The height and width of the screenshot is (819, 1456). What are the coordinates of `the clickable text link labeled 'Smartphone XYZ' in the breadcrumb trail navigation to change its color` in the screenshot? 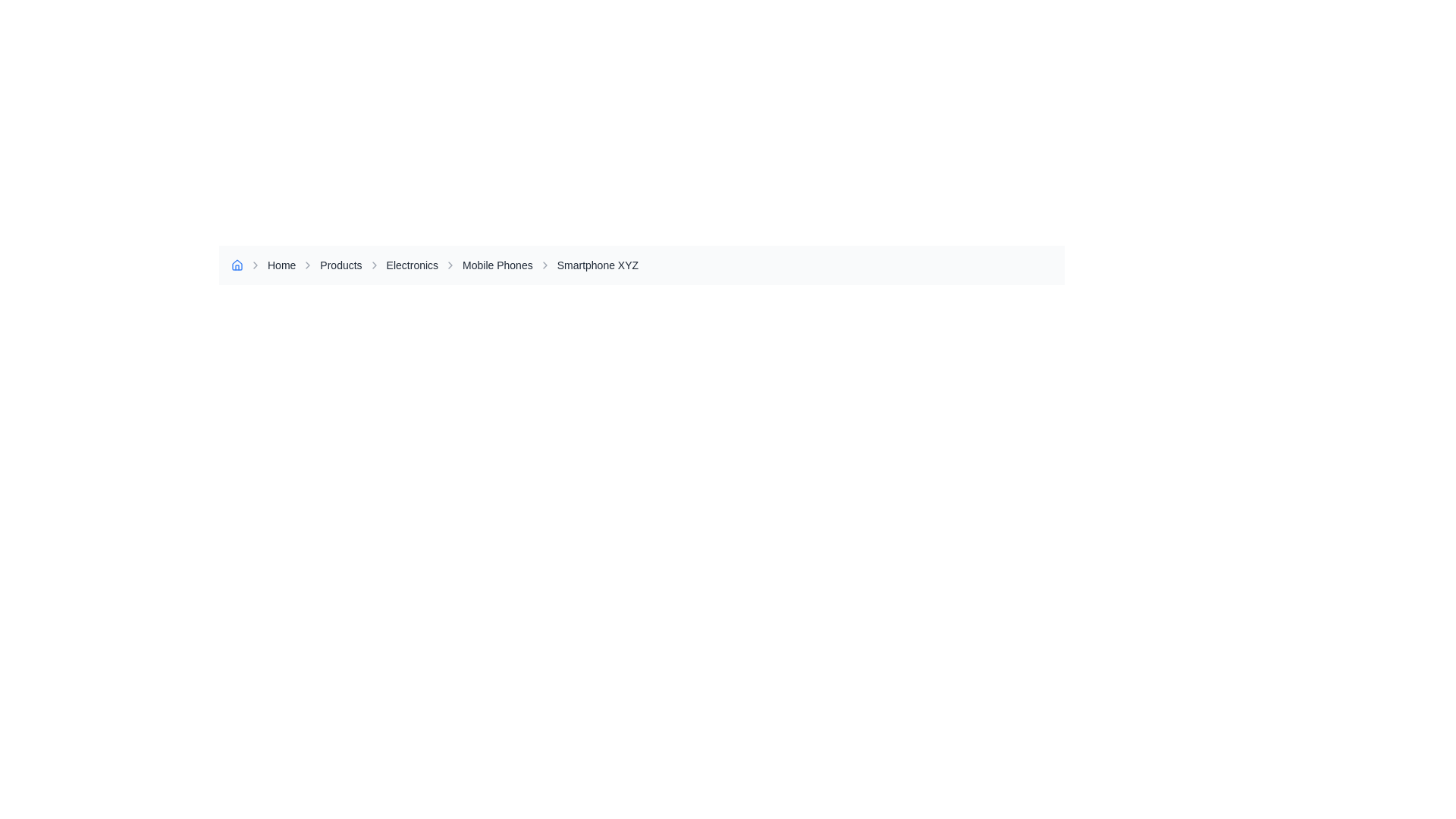 It's located at (597, 265).